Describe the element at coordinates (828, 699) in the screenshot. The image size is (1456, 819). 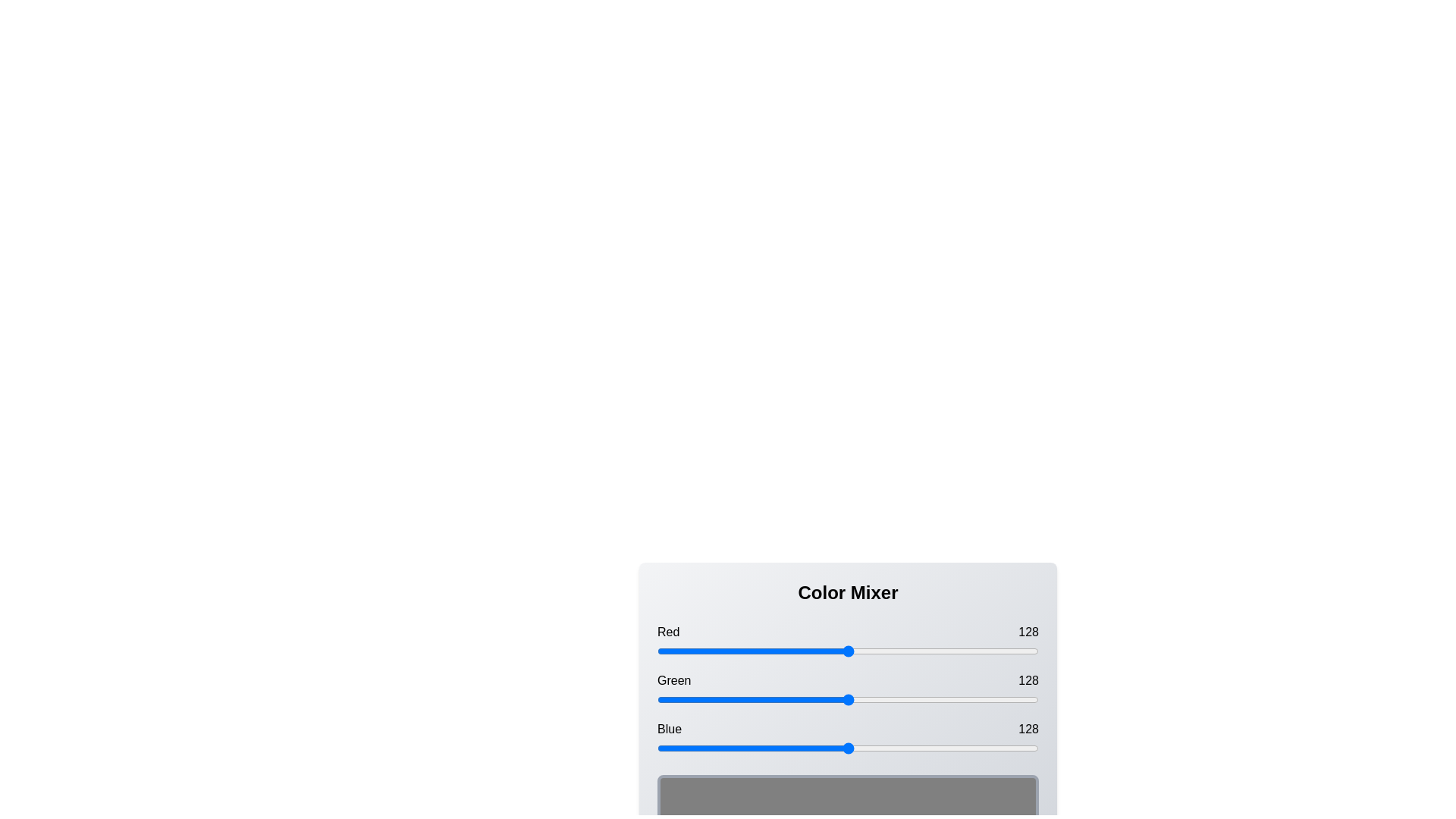
I see `the green slider to set its value to 115` at that location.